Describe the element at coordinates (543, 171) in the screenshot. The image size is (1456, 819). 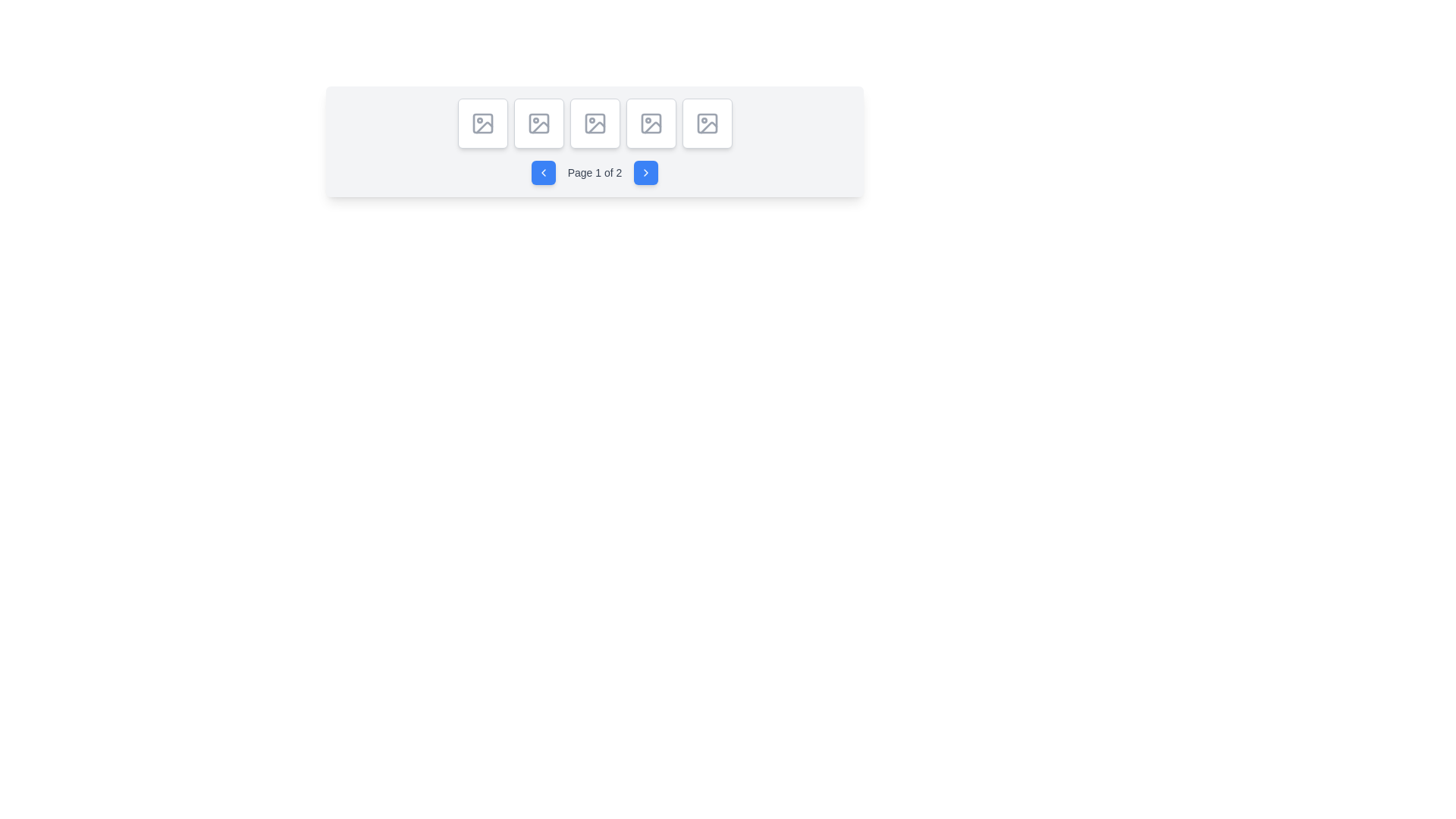
I see `the blue circular button with a white left-facing chevron icon` at that location.